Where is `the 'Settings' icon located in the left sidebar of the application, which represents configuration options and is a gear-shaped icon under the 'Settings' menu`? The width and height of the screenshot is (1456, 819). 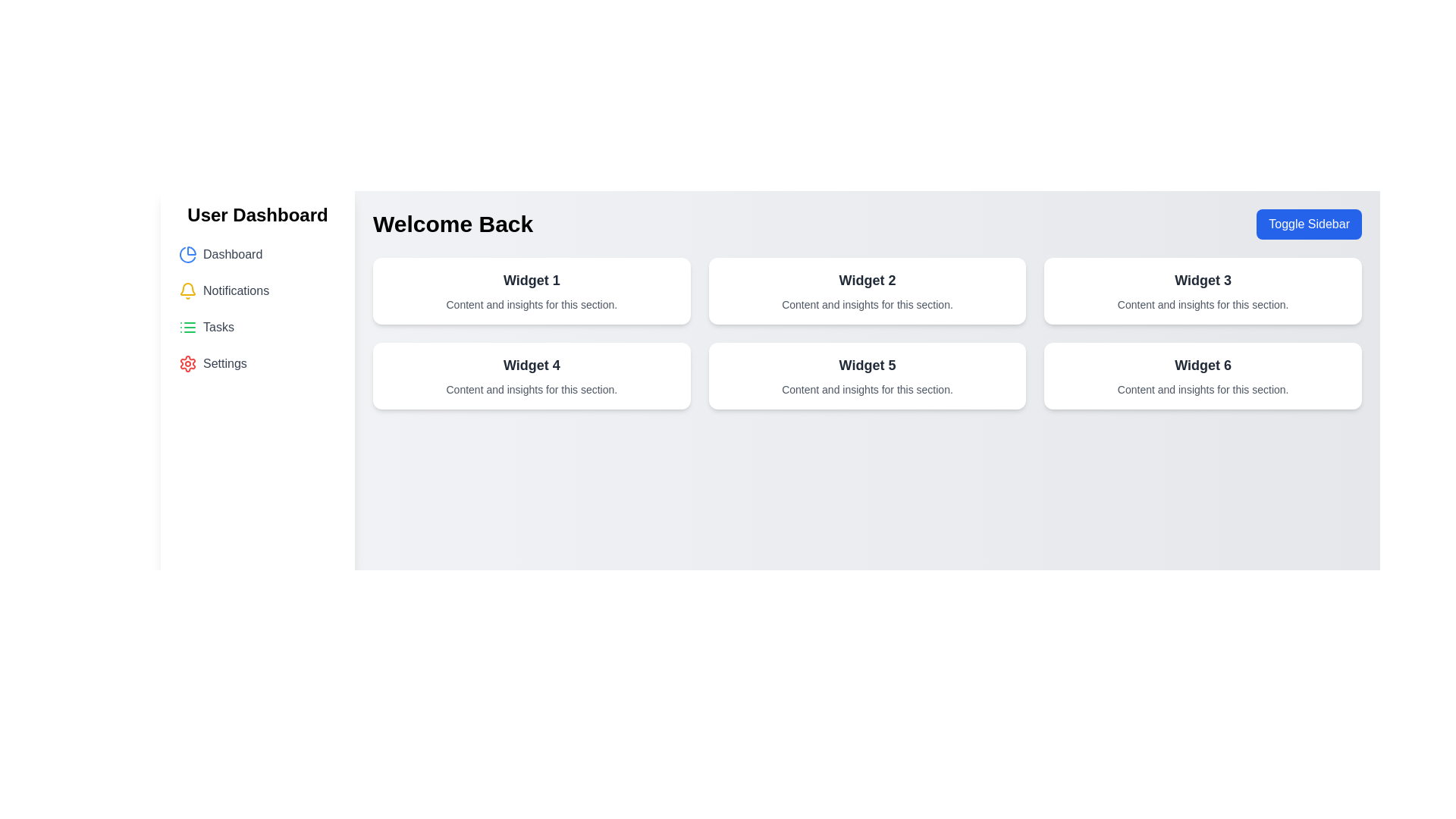 the 'Settings' icon located in the left sidebar of the application, which represents configuration options and is a gear-shaped icon under the 'Settings' menu is located at coordinates (187, 363).